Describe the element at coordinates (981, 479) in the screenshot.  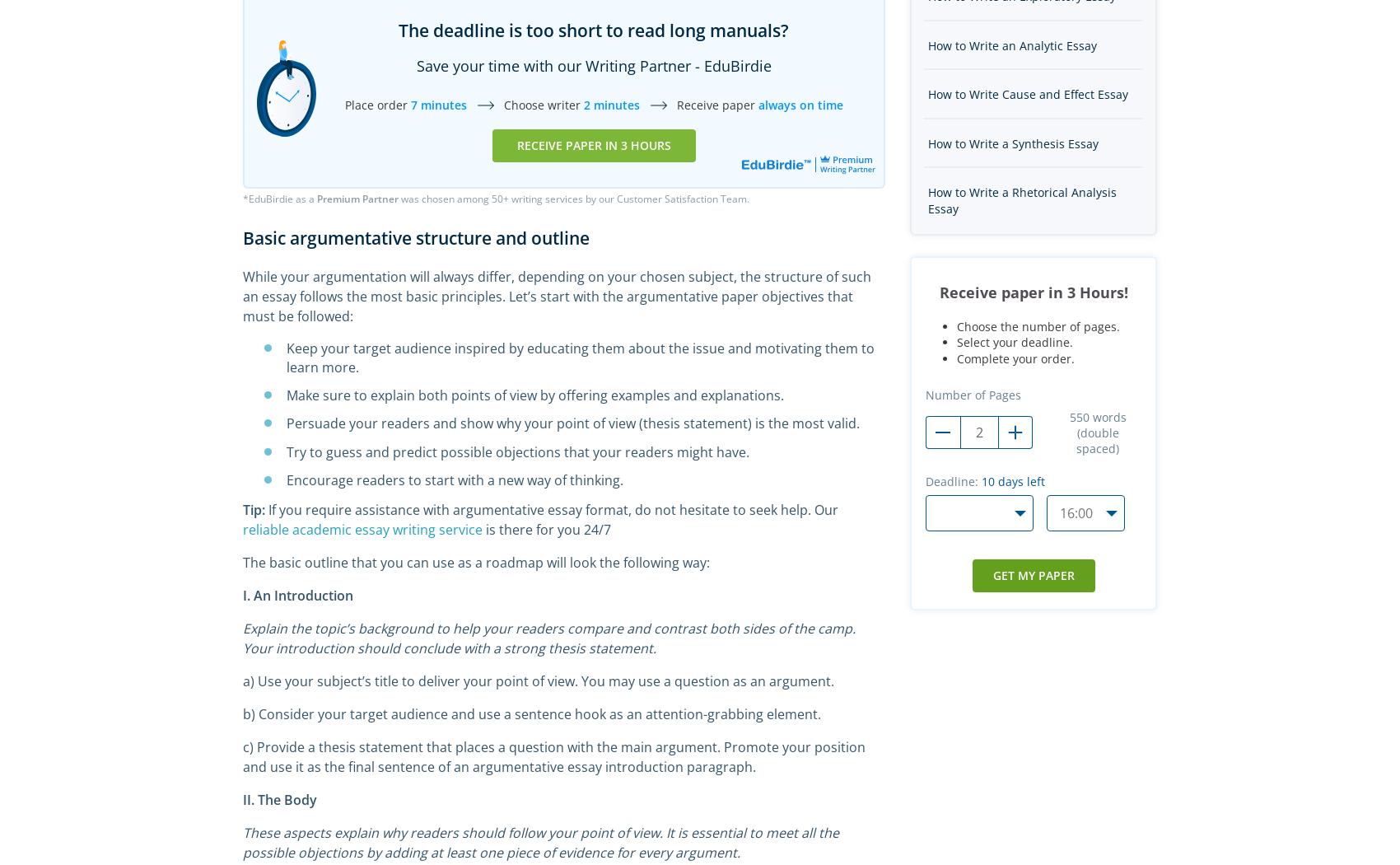
I see `'10'` at that location.